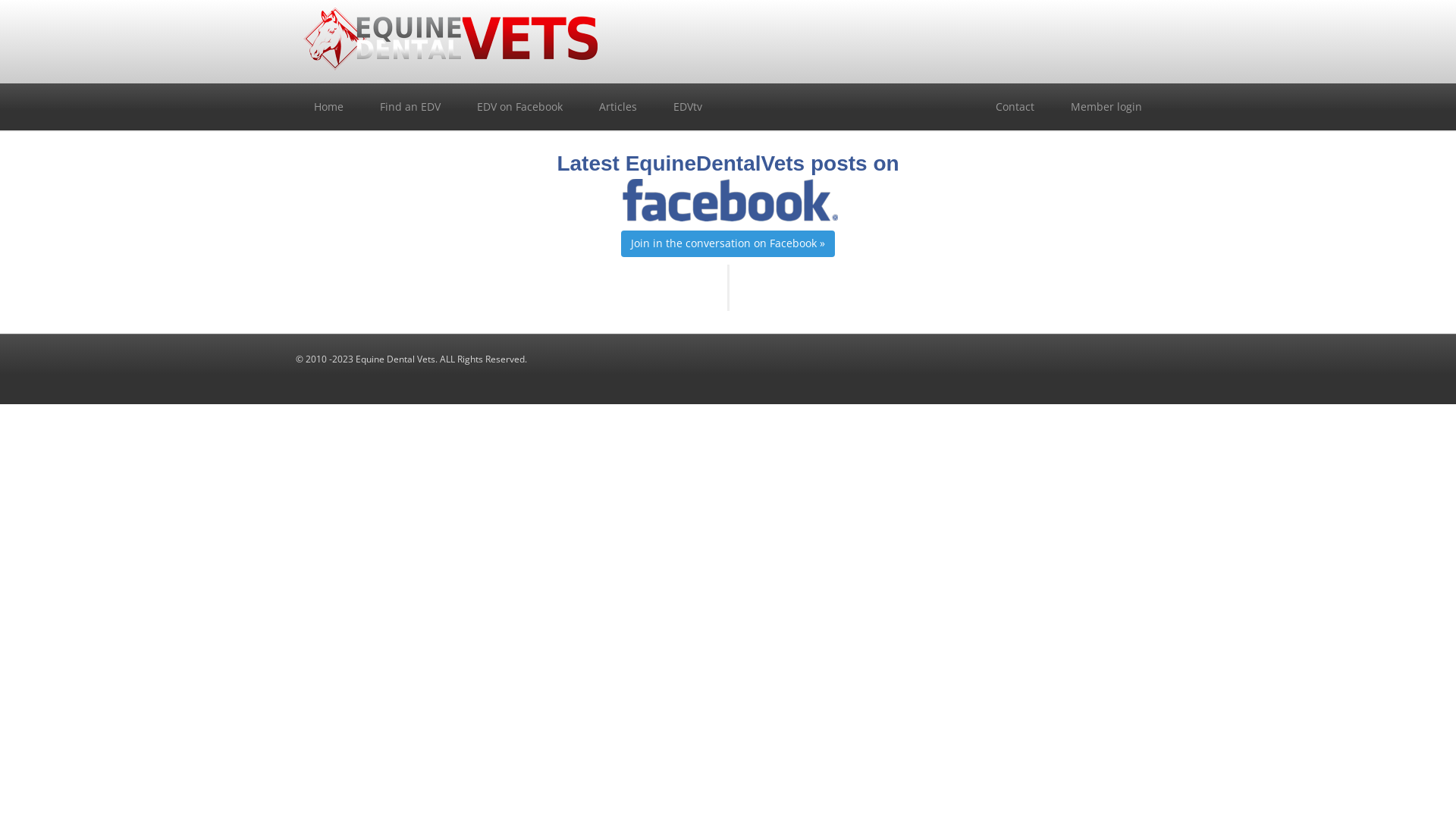 The width and height of the screenshot is (1456, 819). Describe the element at coordinates (1106, 106) in the screenshot. I see `'Member login'` at that location.